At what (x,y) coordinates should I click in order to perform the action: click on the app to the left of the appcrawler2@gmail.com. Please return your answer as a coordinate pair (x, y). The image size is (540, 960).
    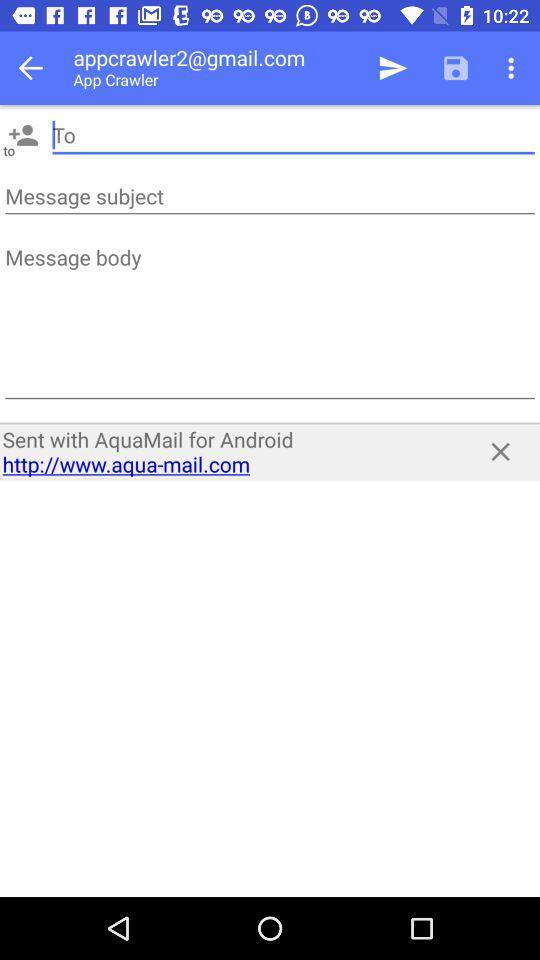
    Looking at the image, I should click on (36, 68).